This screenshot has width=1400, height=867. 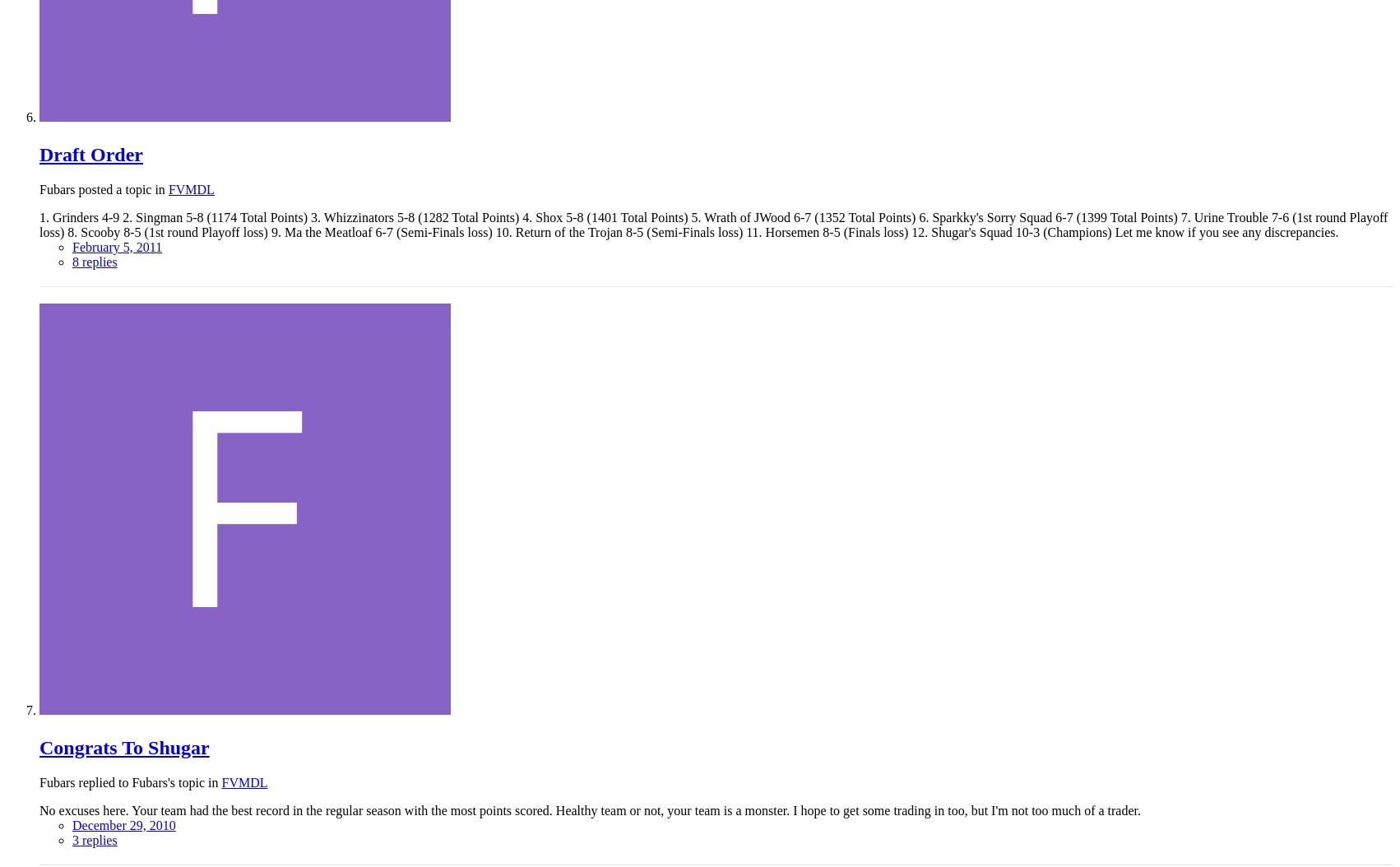 I want to click on '3 replies', so click(x=95, y=838).